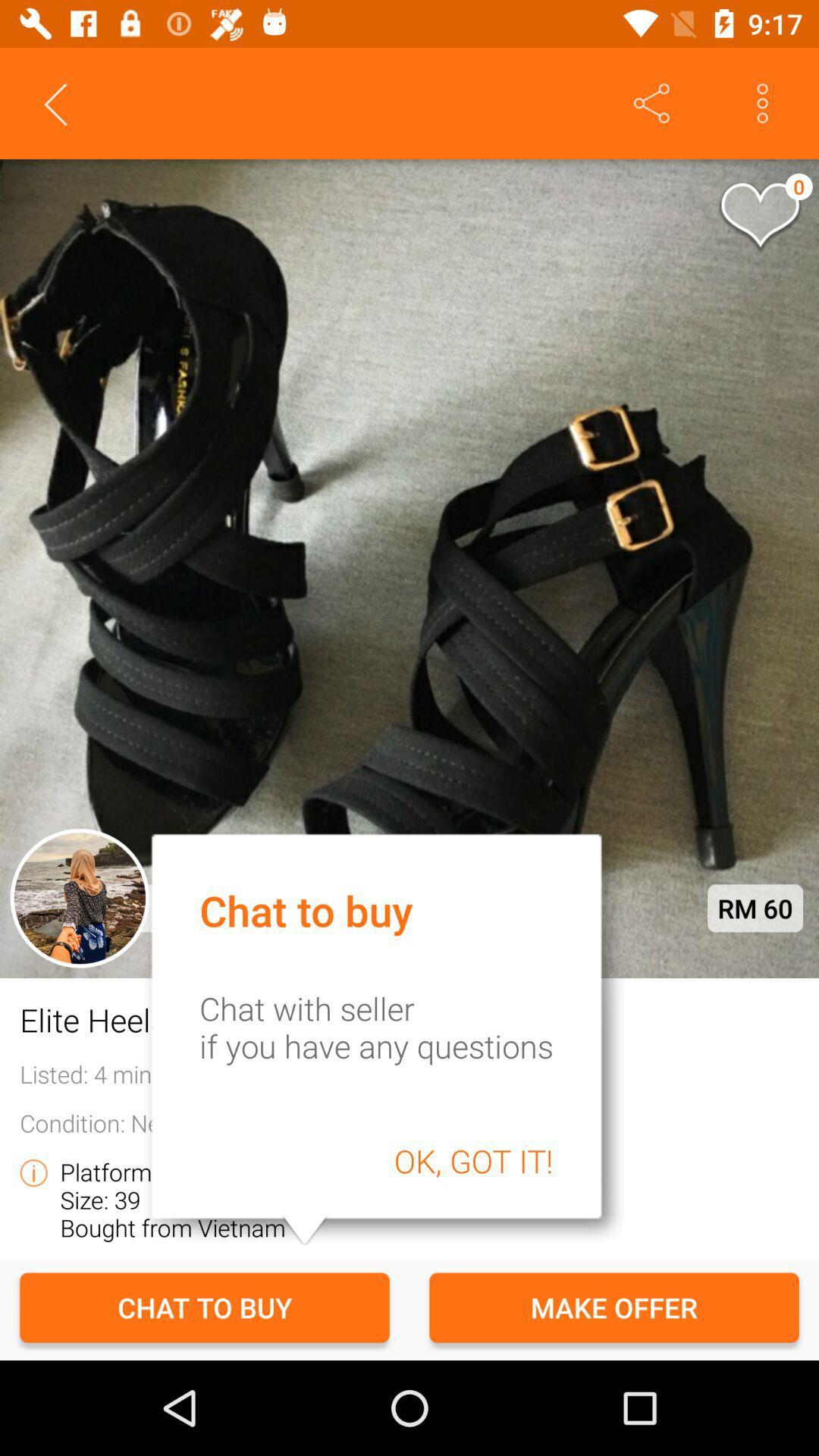 The height and width of the screenshot is (1456, 819). What do you see at coordinates (80, 898) in the screenshot?
I see `the avatar icon` at bounding box center [80, 898].